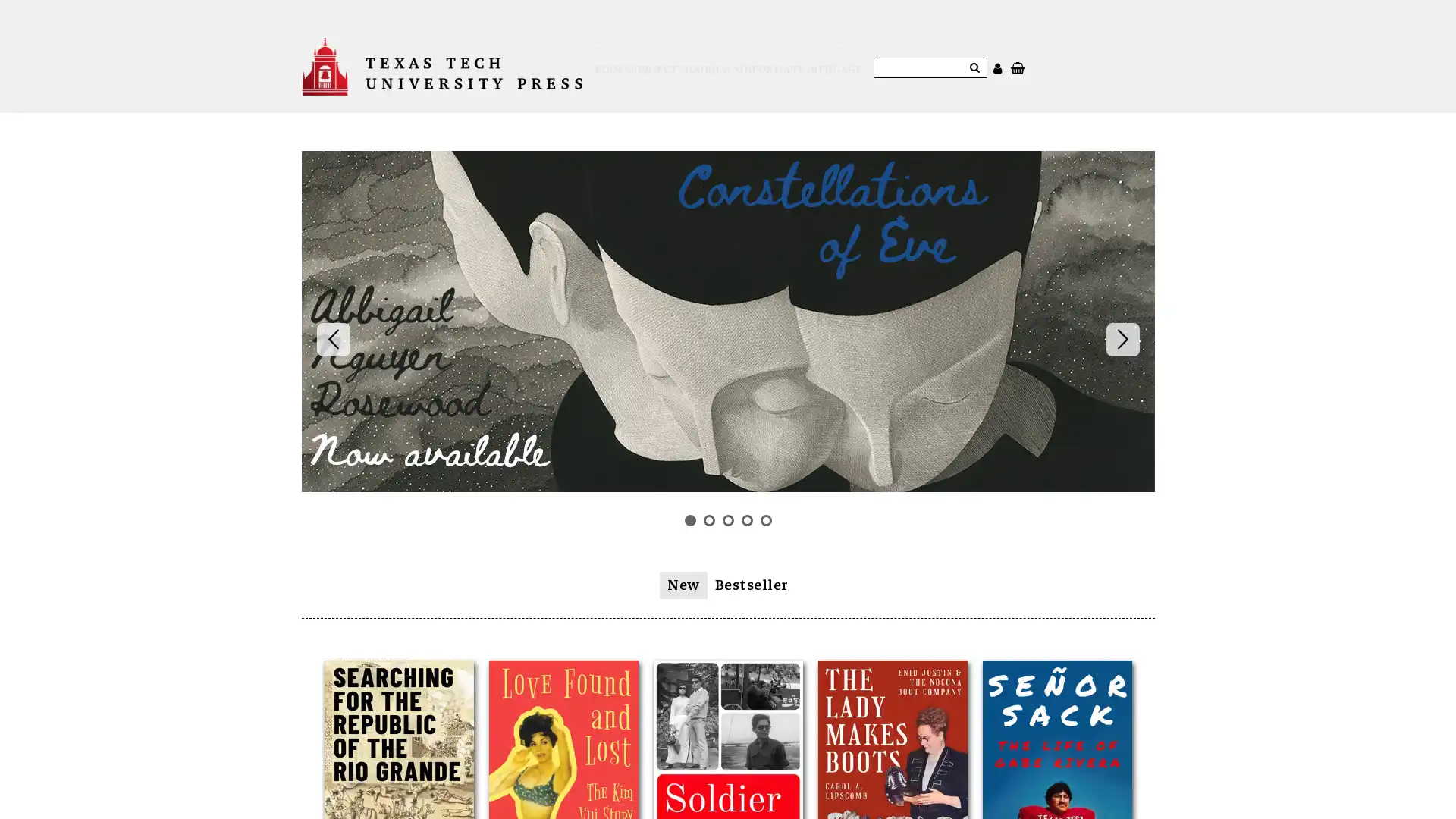  Describe the element at coordinates (331, 321) in the screenshot. I see `Previous` at that location.